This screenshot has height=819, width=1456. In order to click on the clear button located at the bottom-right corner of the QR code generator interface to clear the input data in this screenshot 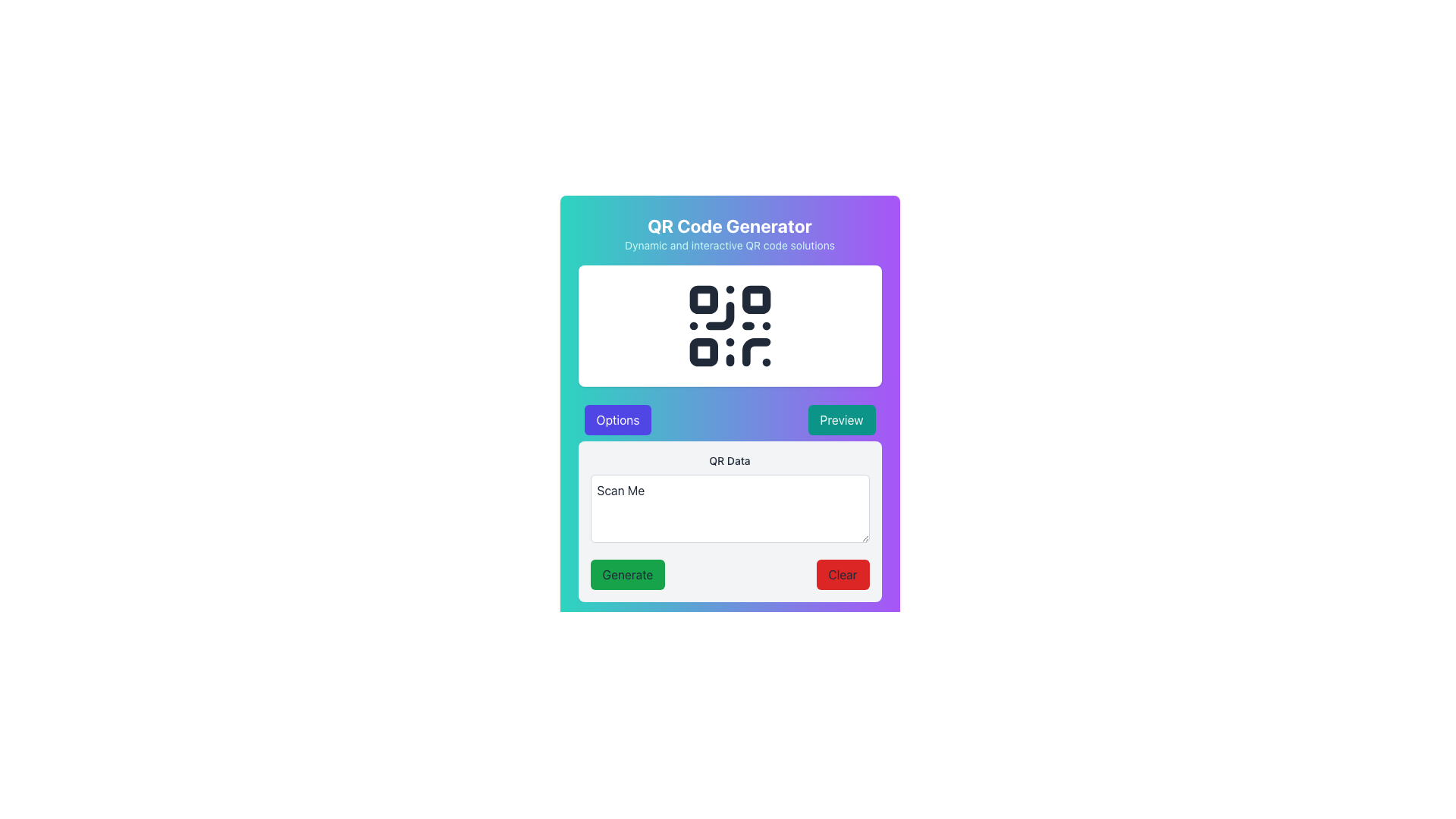, I will do `click(842, 575)`.